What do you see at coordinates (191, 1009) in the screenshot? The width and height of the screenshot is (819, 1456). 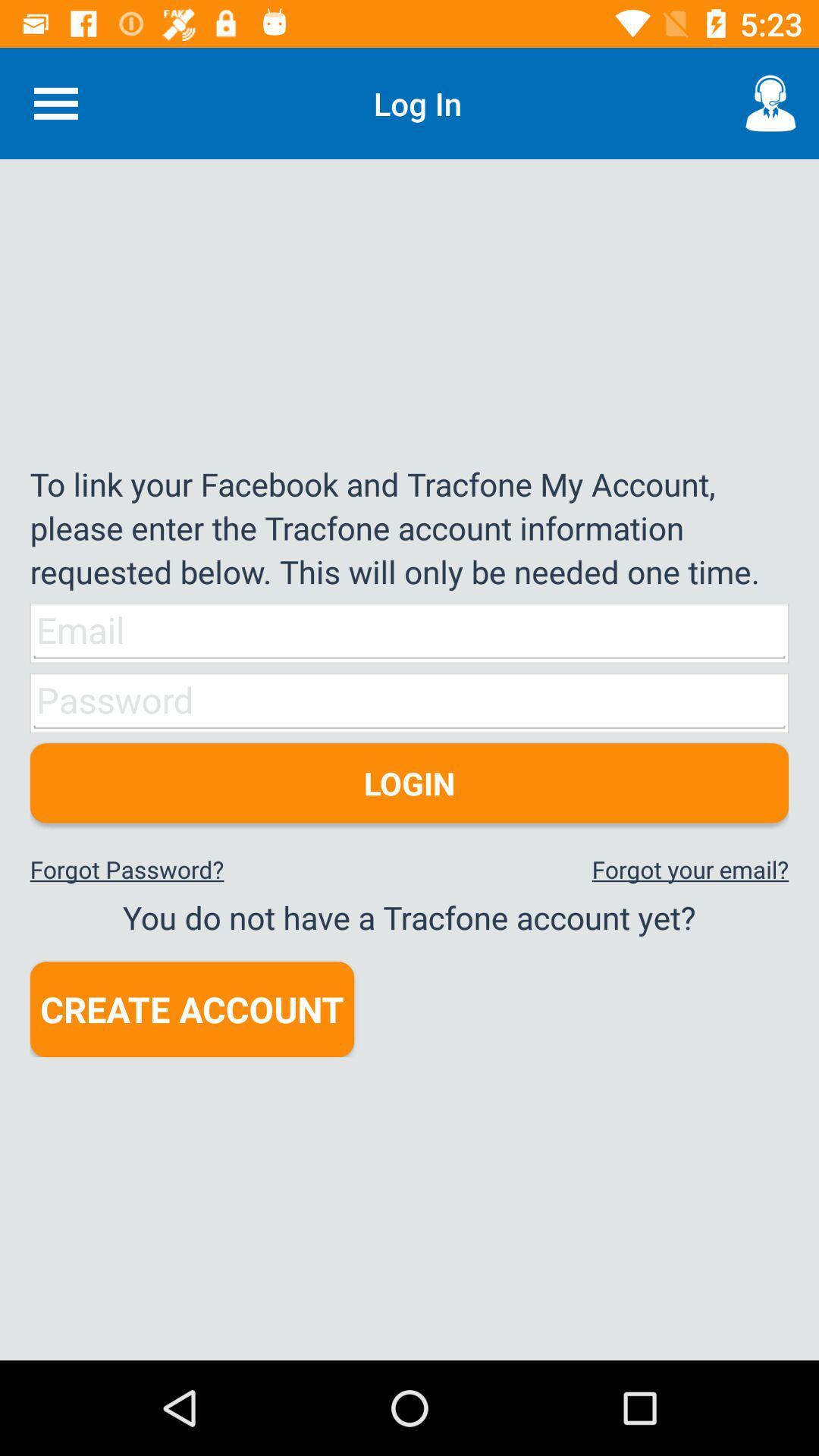 I see `item below you do not icon` at bounding box center [191, 1009].